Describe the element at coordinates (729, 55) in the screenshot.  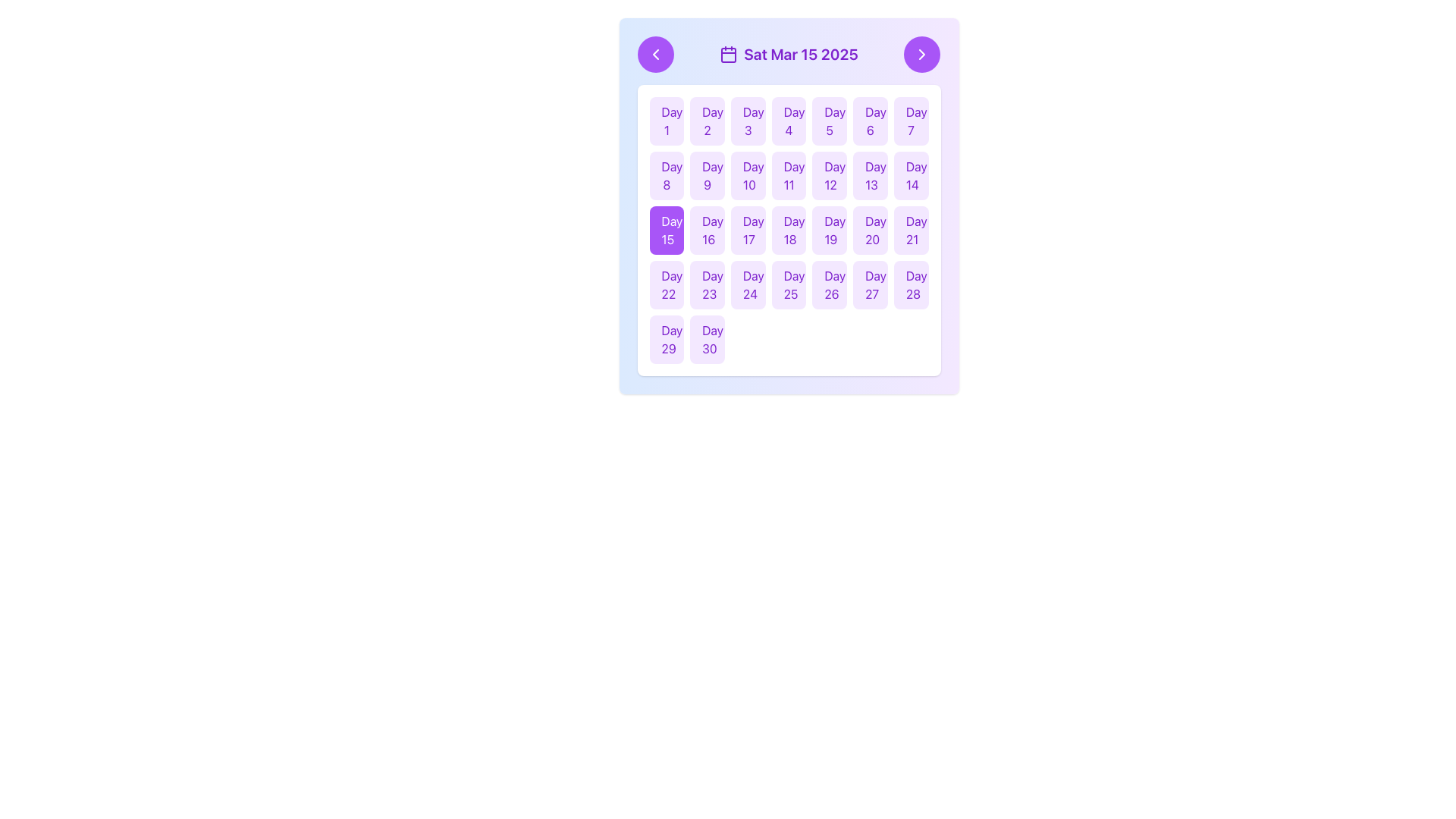
I see `the calendar date icon located in the header section, which is centrally aligned with the date text and positioned between navigation buttons` at that location.